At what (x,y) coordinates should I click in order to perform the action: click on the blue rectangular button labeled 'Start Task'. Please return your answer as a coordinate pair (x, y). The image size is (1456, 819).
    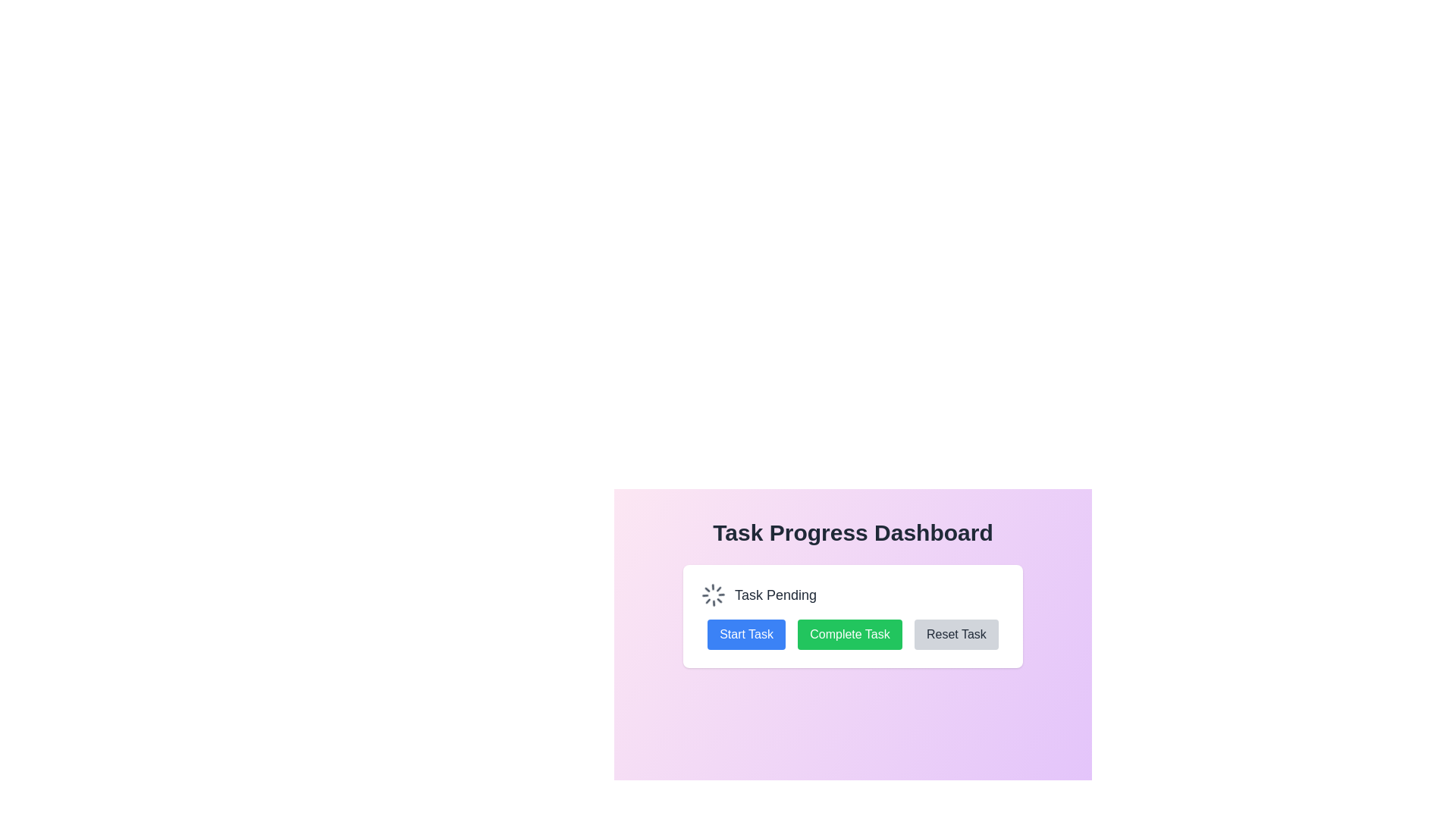
    Looking at the image, I should click on (746, 635).